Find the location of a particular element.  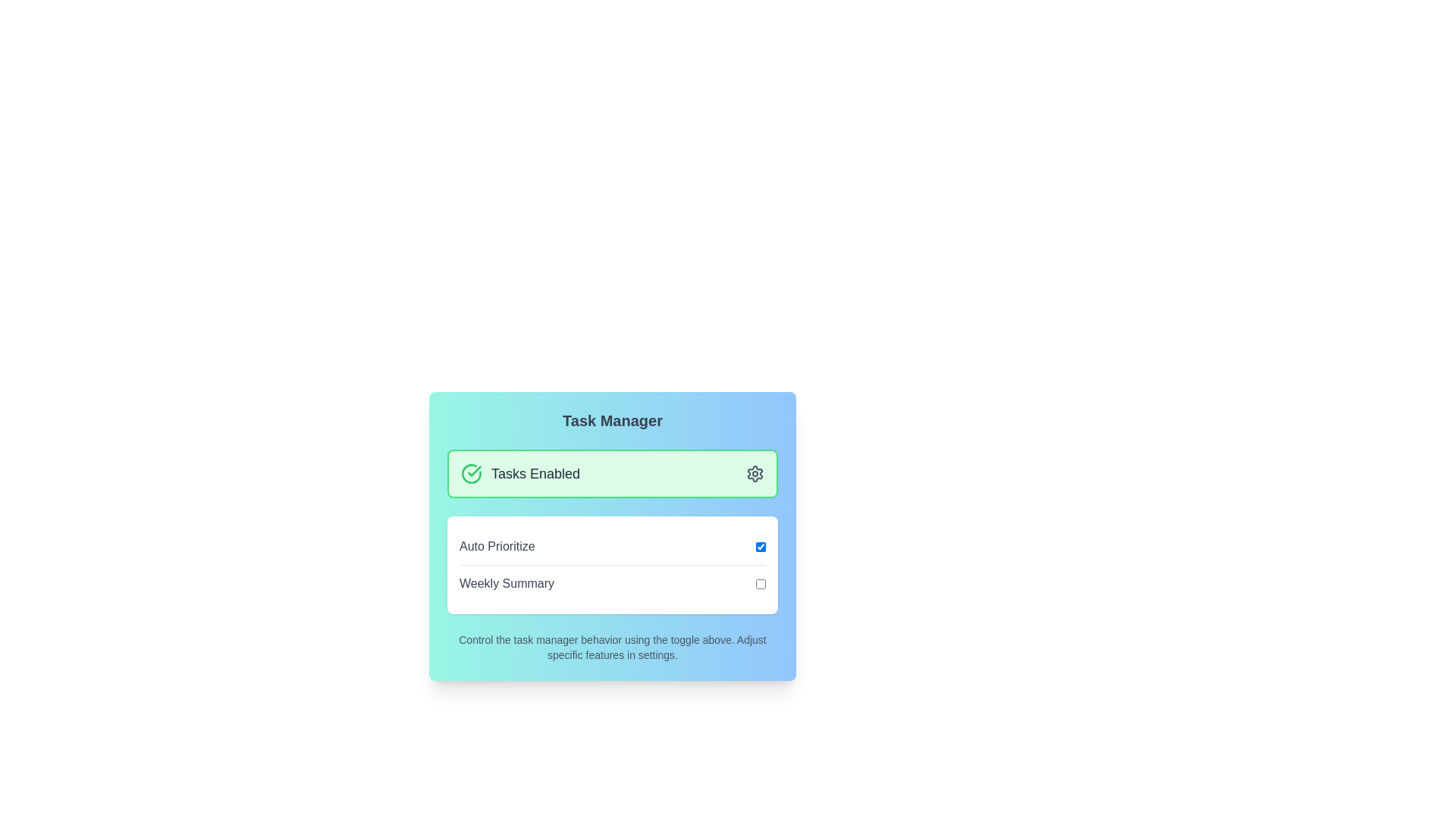

the label that describes the 'Auto Prioritize' toggle checkbox, located in the left section of the 'Task Manager' panel interface, above the 'Weekly Summary' label is located at coordinates (497, 547).